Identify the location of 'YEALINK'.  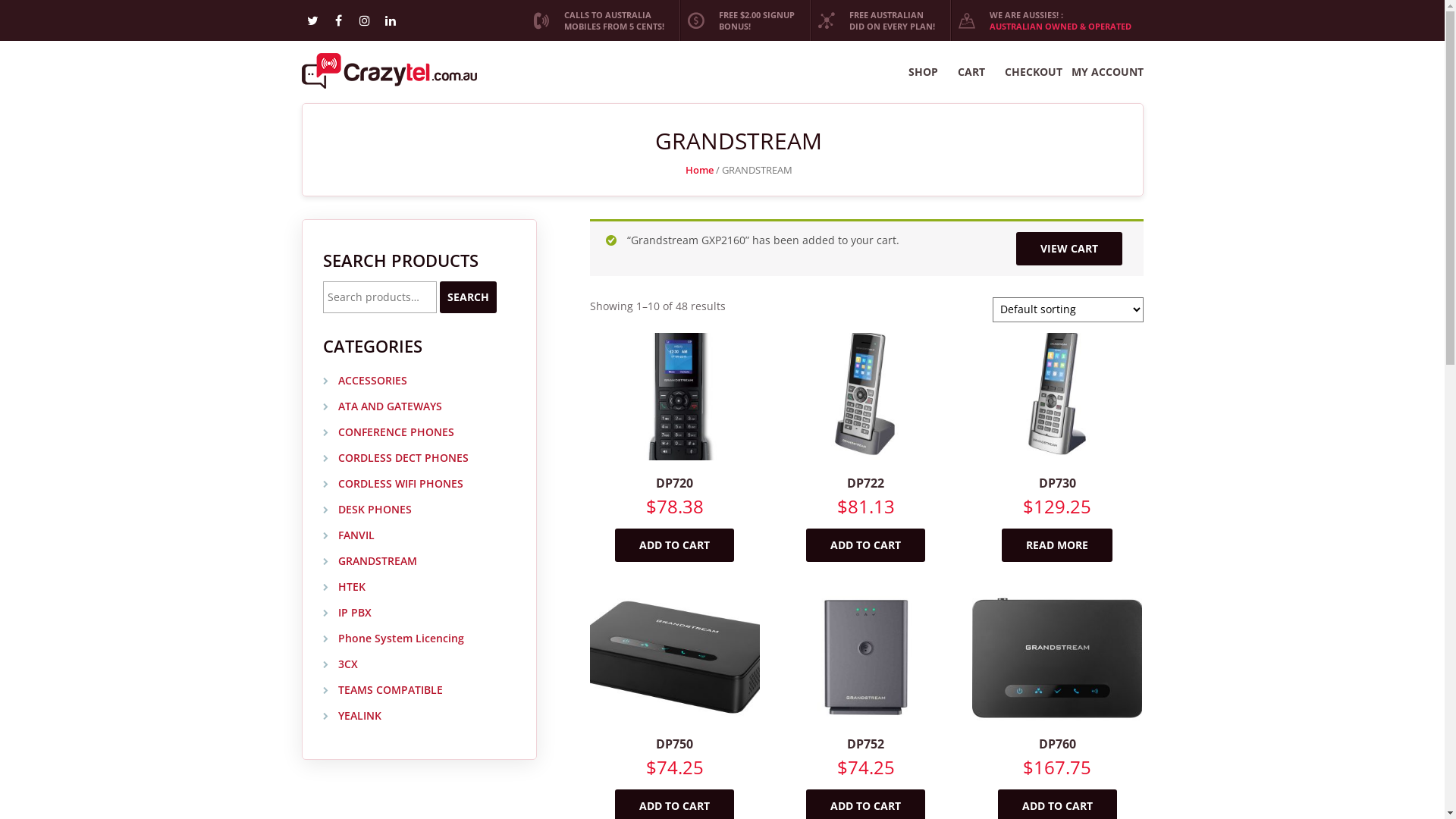
(322, 716).